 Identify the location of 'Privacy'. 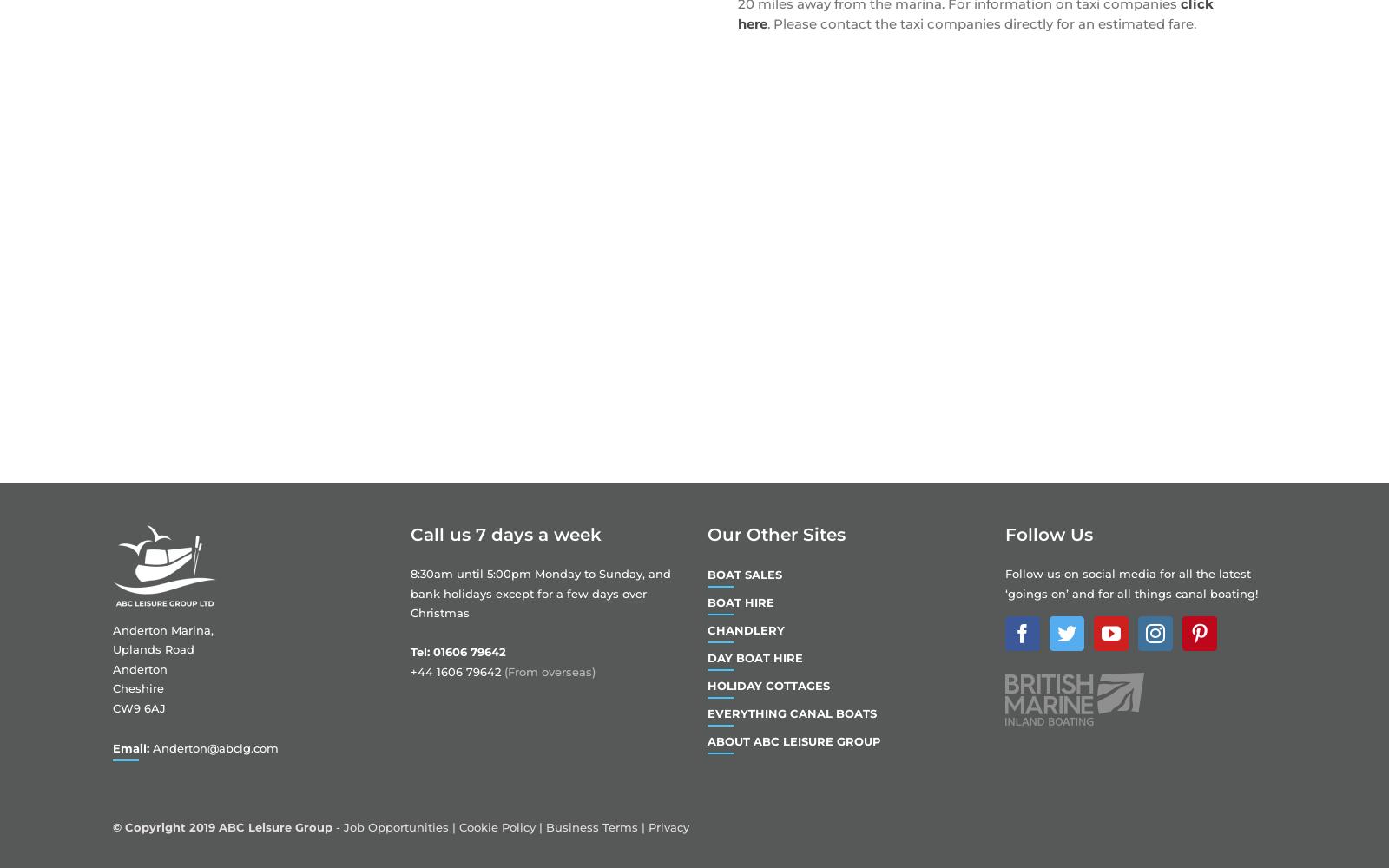
(668, 826).